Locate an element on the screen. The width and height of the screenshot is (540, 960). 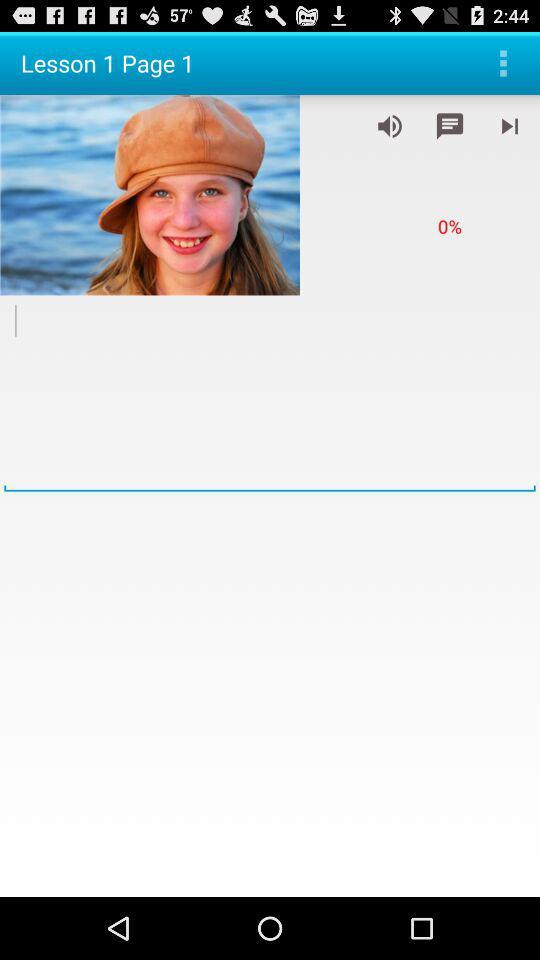
send message is located at coordinates (449, 125).